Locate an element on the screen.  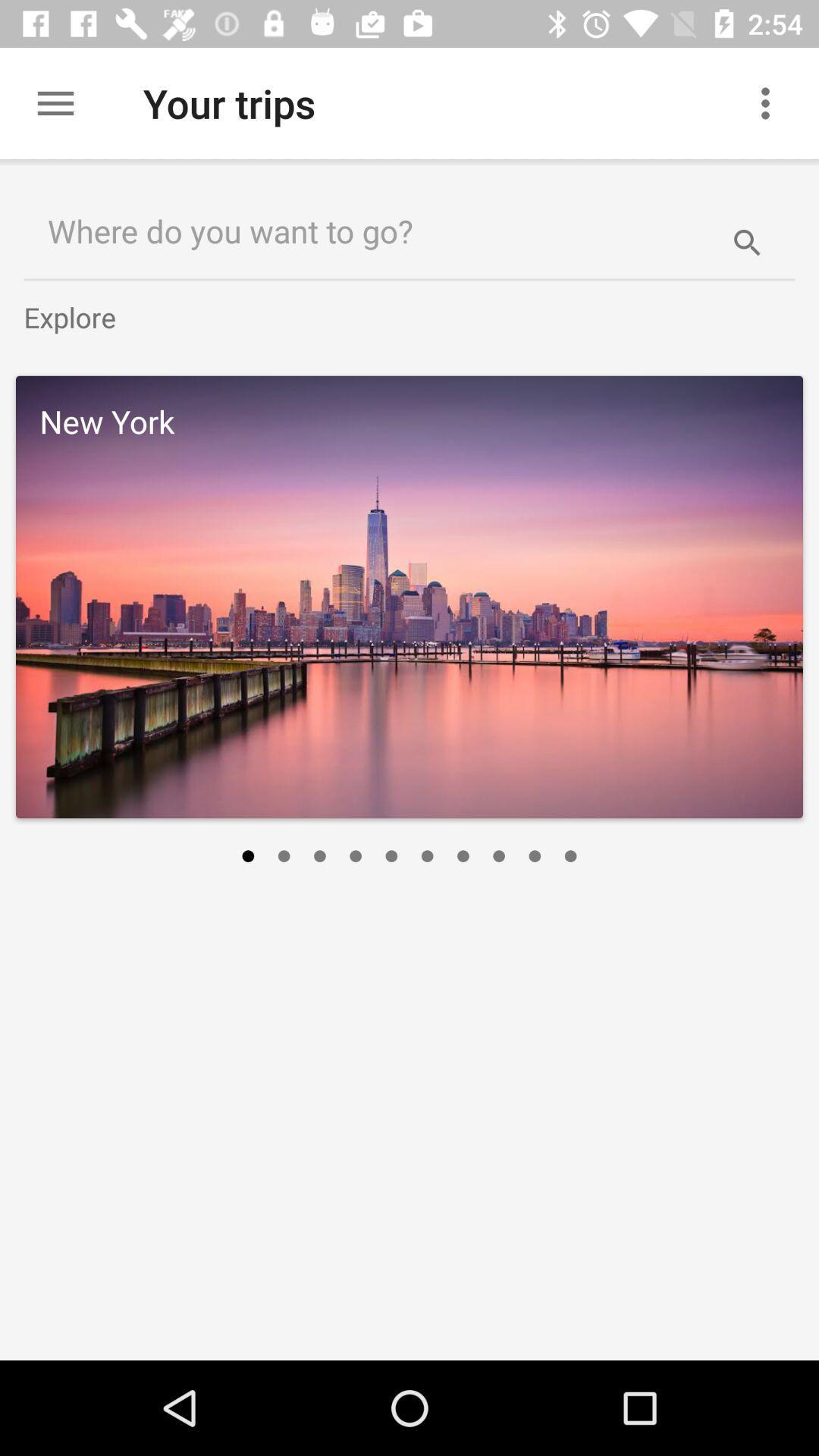
the item to the left of your trips is located at coordinates (55, 102).